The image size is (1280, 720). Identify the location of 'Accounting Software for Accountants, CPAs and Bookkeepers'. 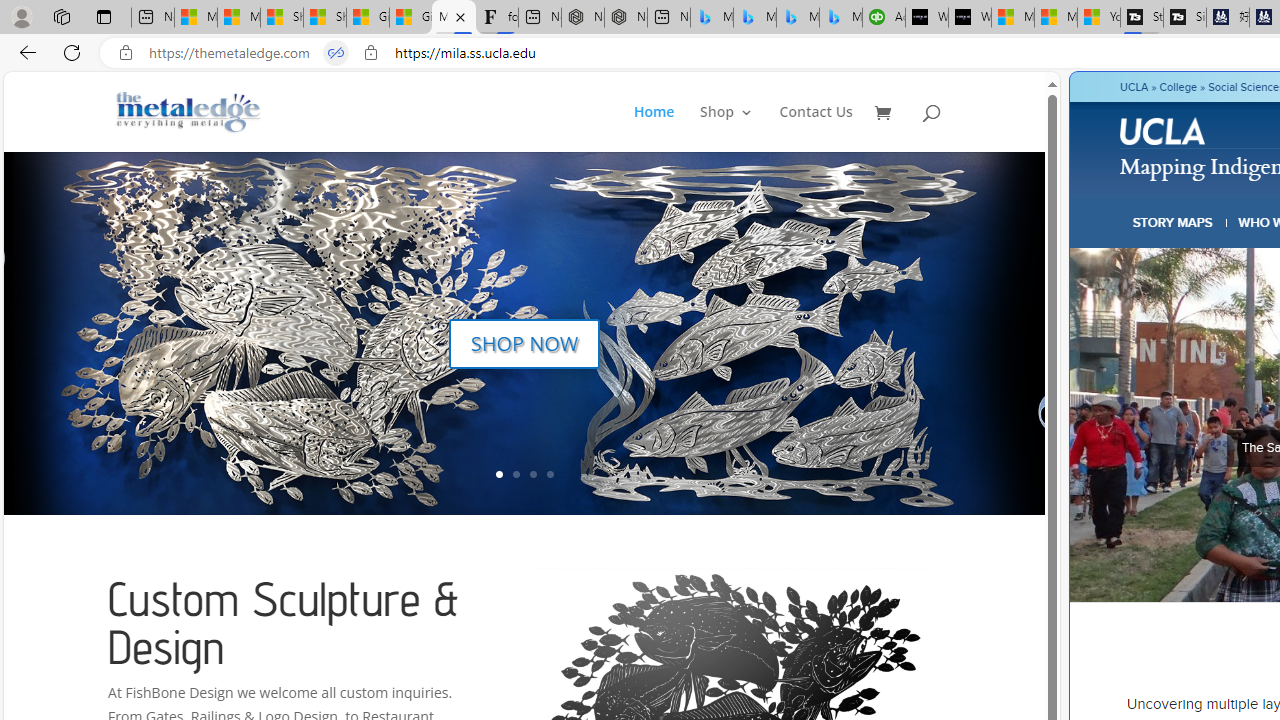
(882, 17).